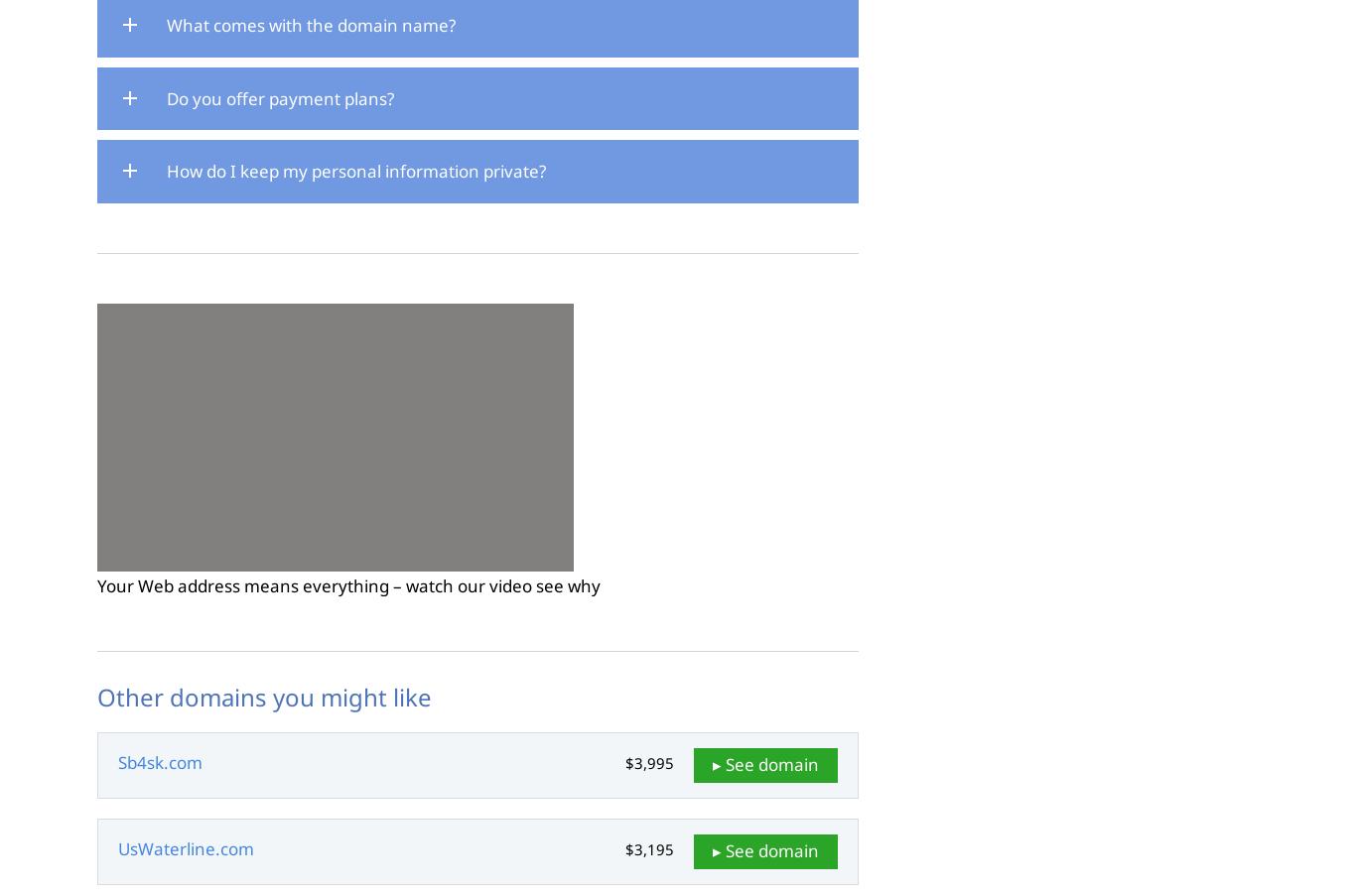 The image size is (1356, 896). What do you see at coordinates (648, 762) in the screenshot?
I see `'$3,995'` at bounding box center [648, 762].